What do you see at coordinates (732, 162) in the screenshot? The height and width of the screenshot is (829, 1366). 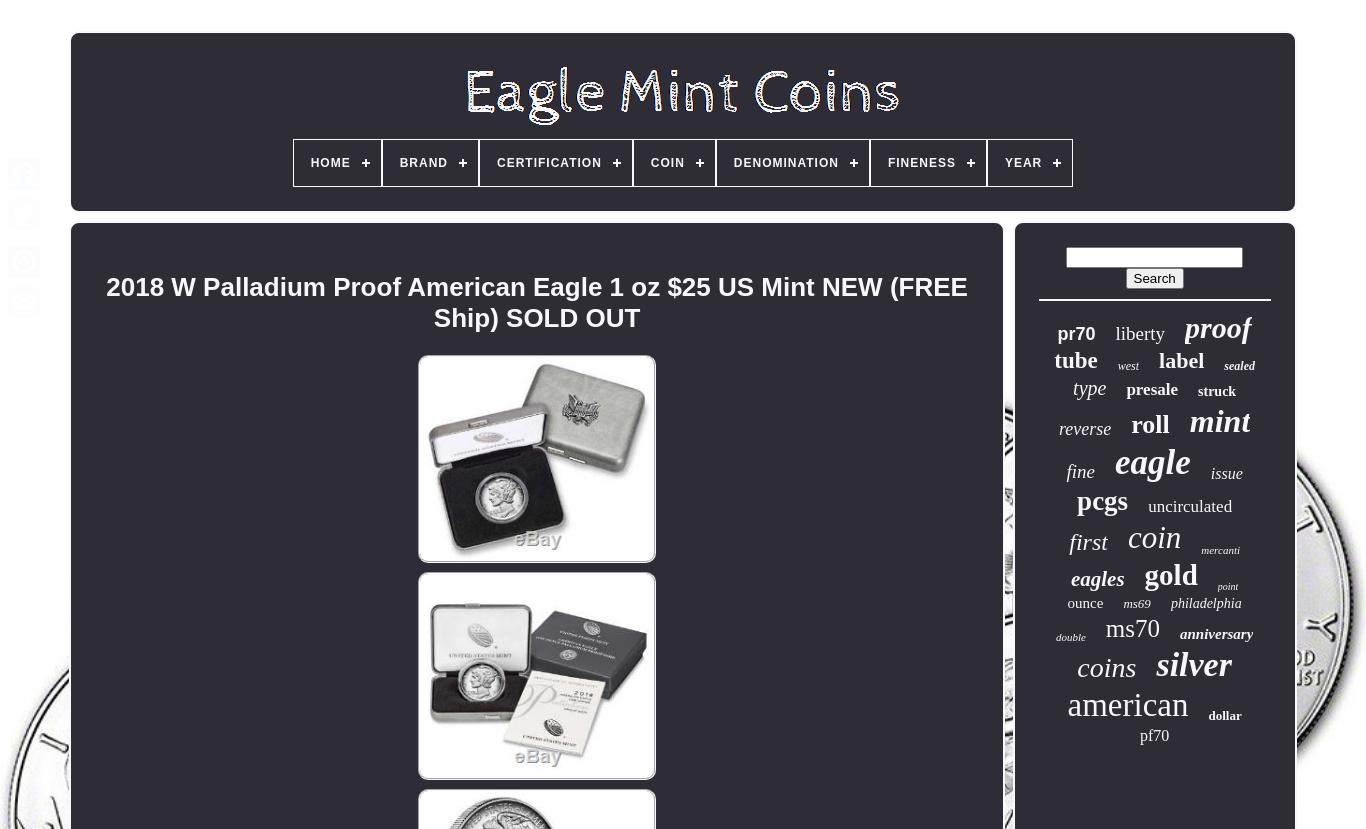 I see `'Denomination'` at bounding box center [732, 162].